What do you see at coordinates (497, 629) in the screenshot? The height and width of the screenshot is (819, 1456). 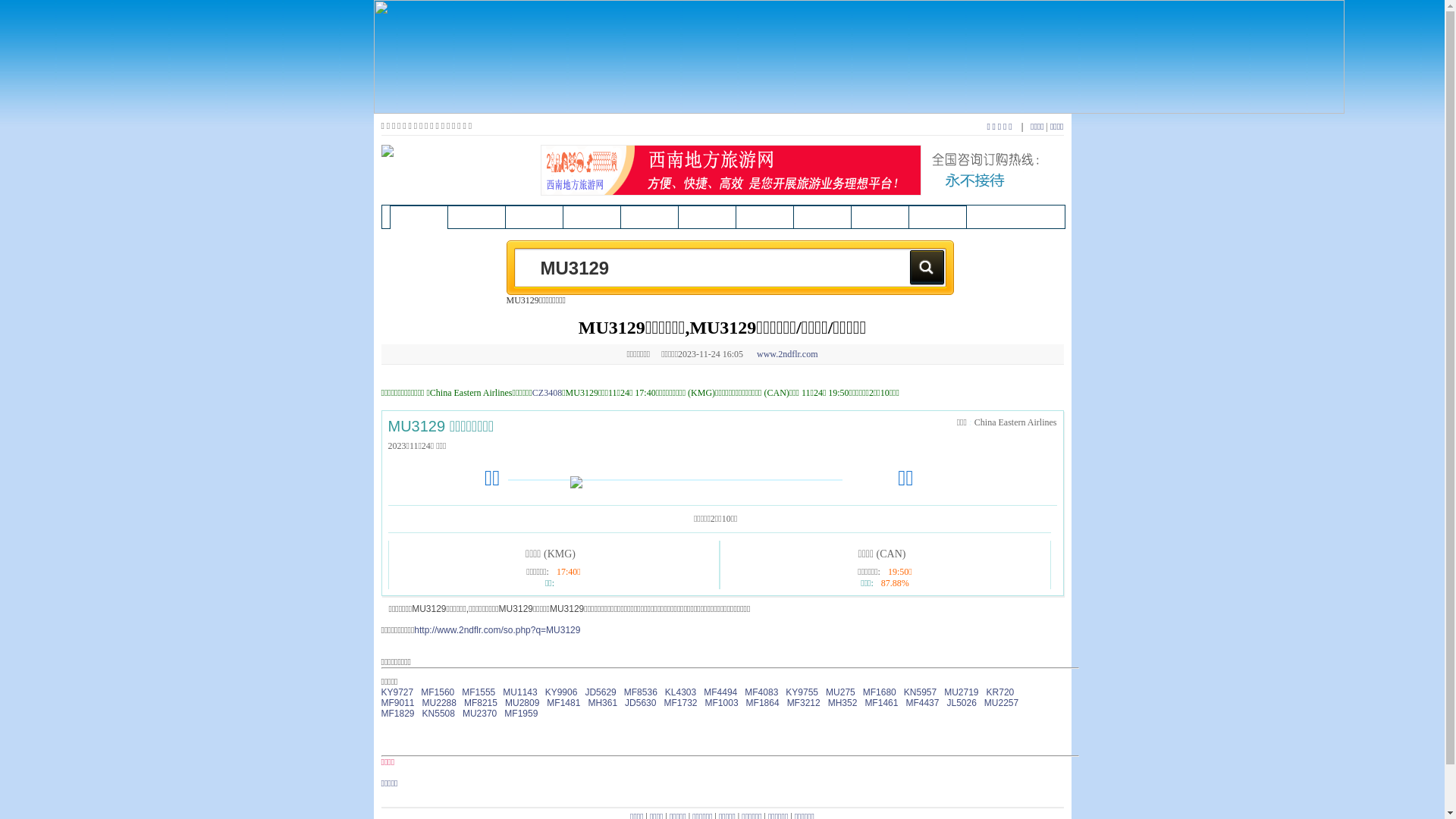 I see `'http://www.2ndflr.com/so.php?q=MU3129'` at bounding box center [497, 629].